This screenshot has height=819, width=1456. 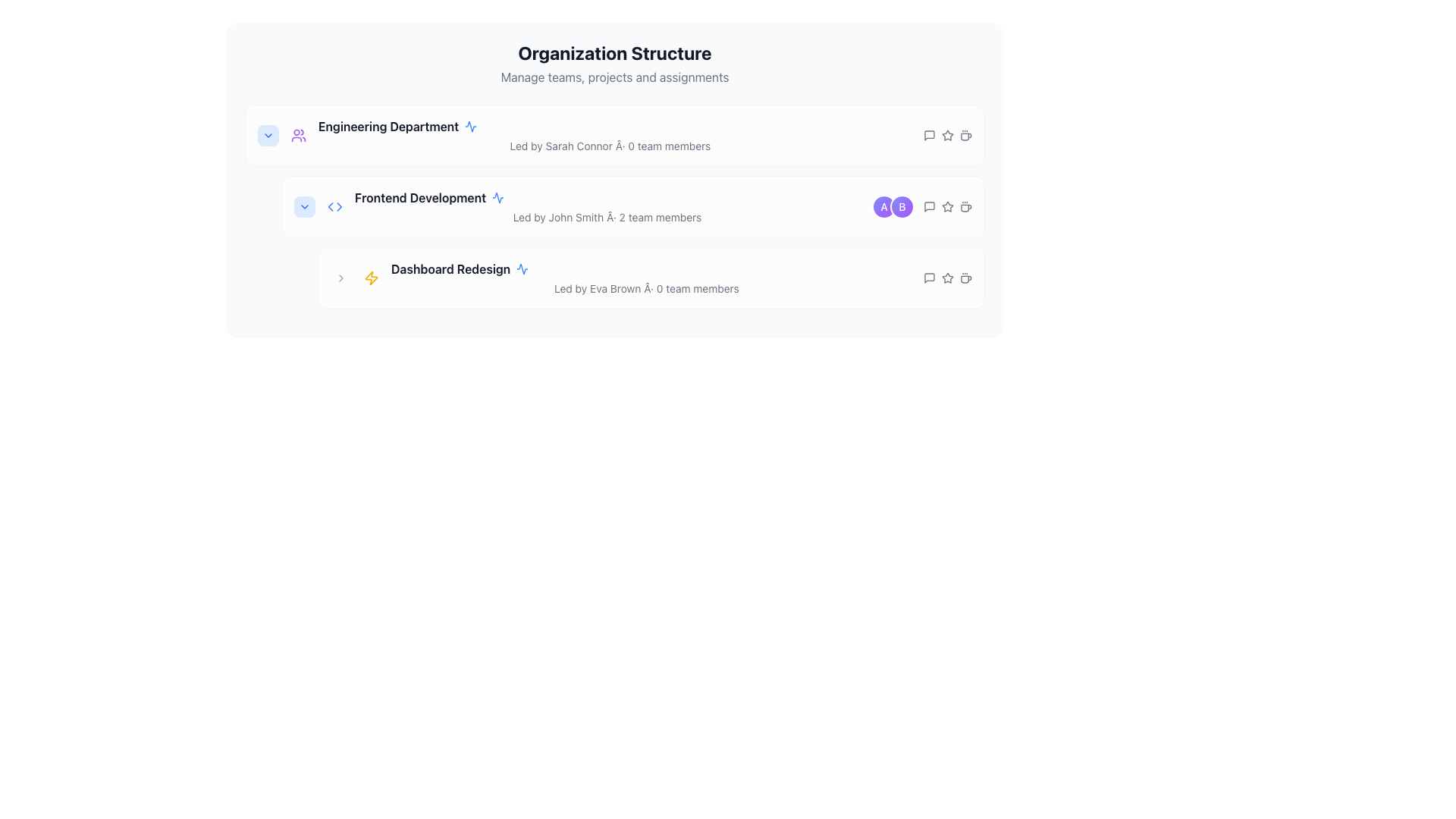 What do you see at coordinates (946, 134) in the screenshot?
I see `the star-shaped outline icon located to the right of the 'Frontend Development' section to mark it as a favorite` at bounding box center [946, 134].